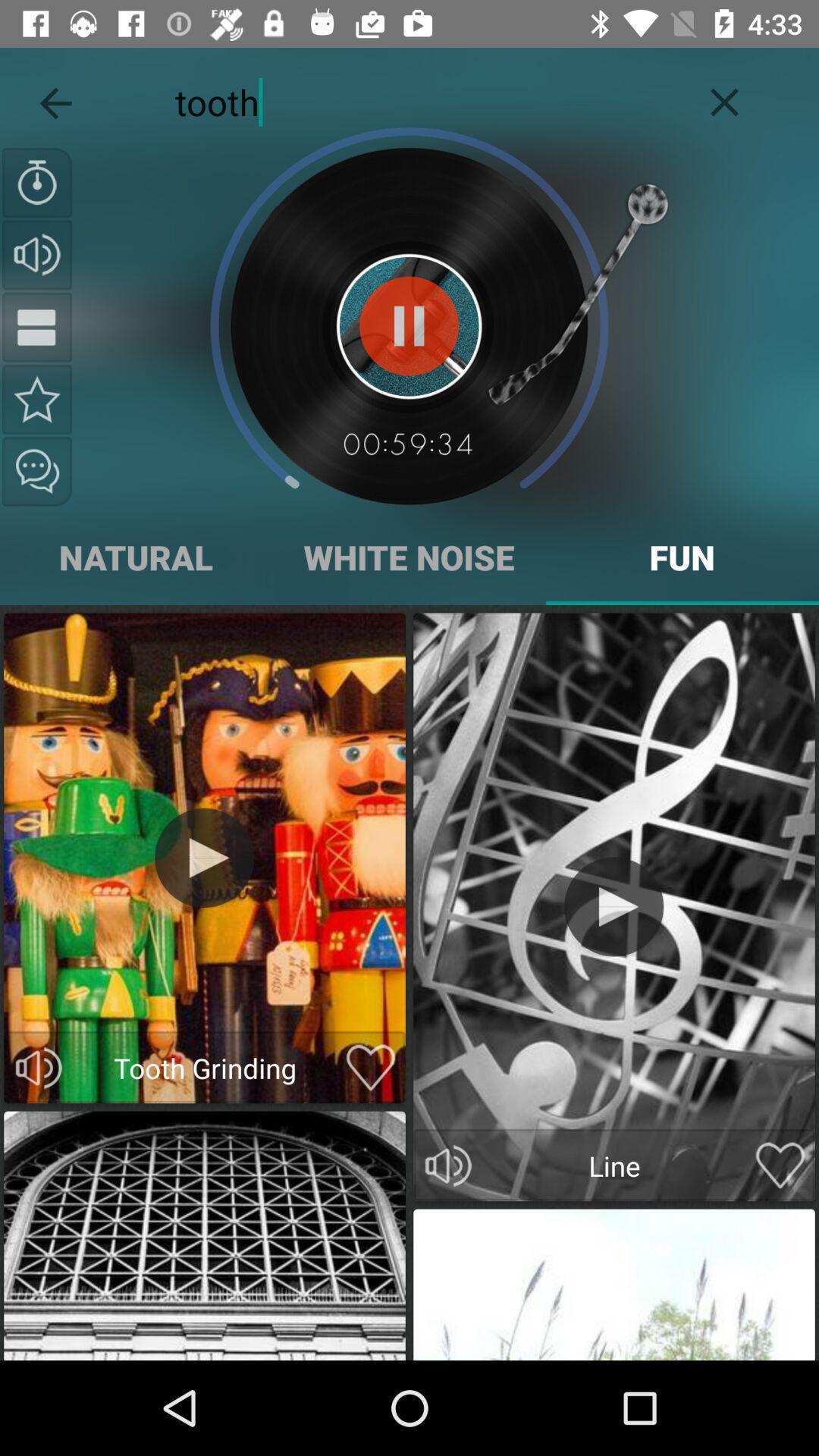  What do you see at coordinates (408, 325) in the screenshot?
I see `pause music` at bounding box center [408, 325].